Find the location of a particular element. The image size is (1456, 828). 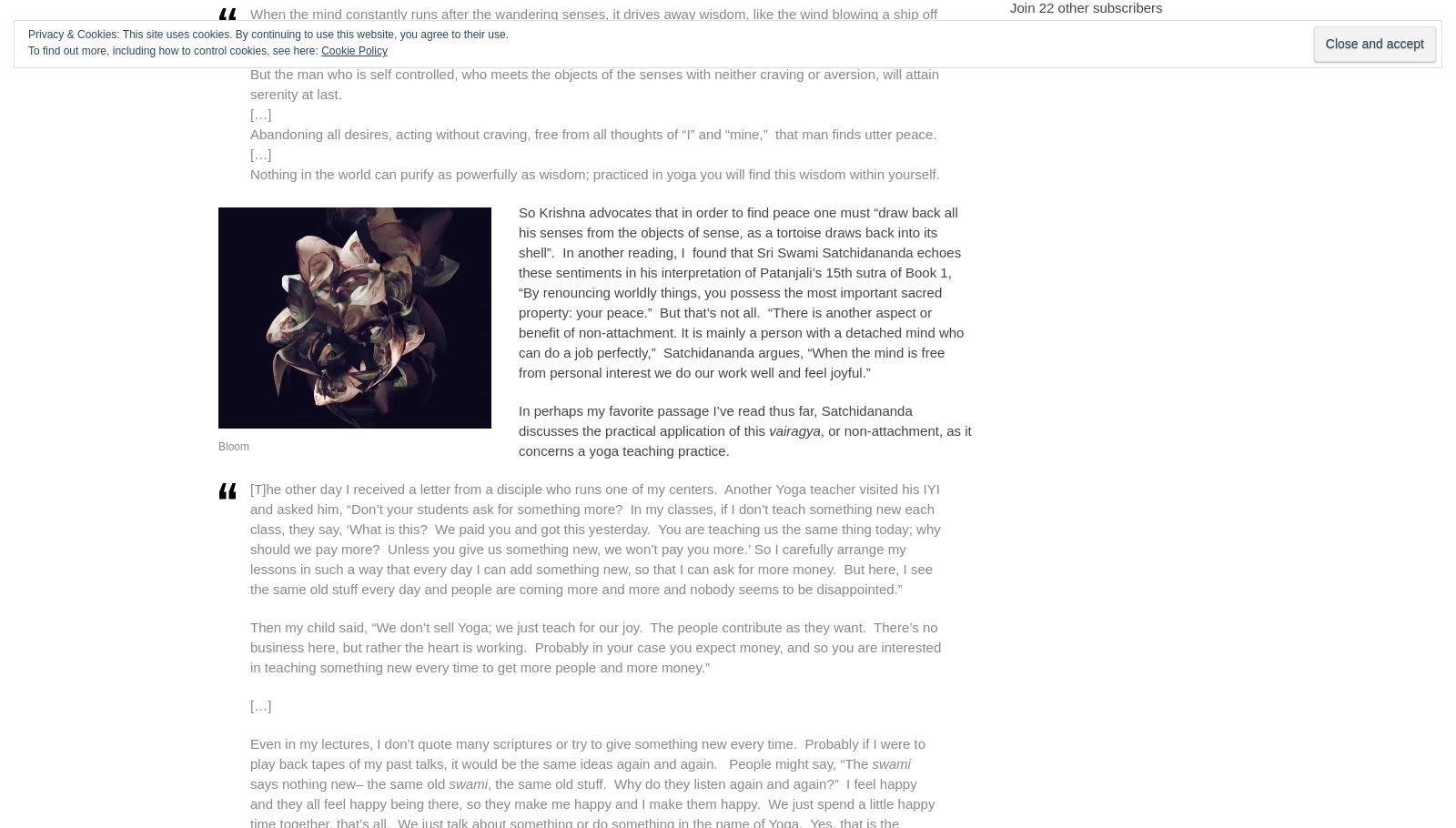

'Nothing in the world can purify as powerfully as wisdom; practiced in yoga you will find this wisdom within yourself.' is located at coordinates (594, 174).